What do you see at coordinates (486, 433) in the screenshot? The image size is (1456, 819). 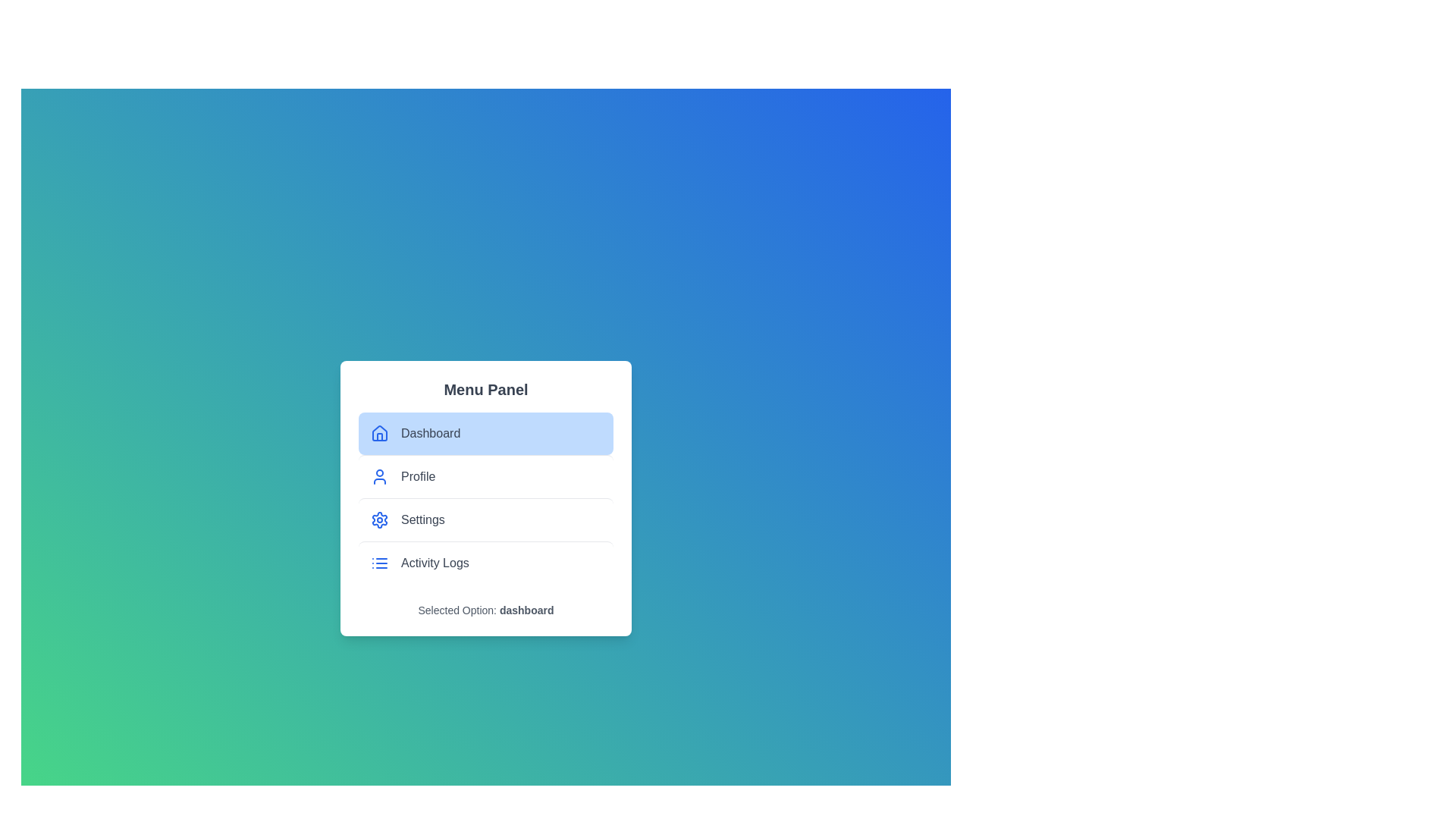 I see `the menu option dashboard by clicking on its entry` at bounding box center [486, 433].